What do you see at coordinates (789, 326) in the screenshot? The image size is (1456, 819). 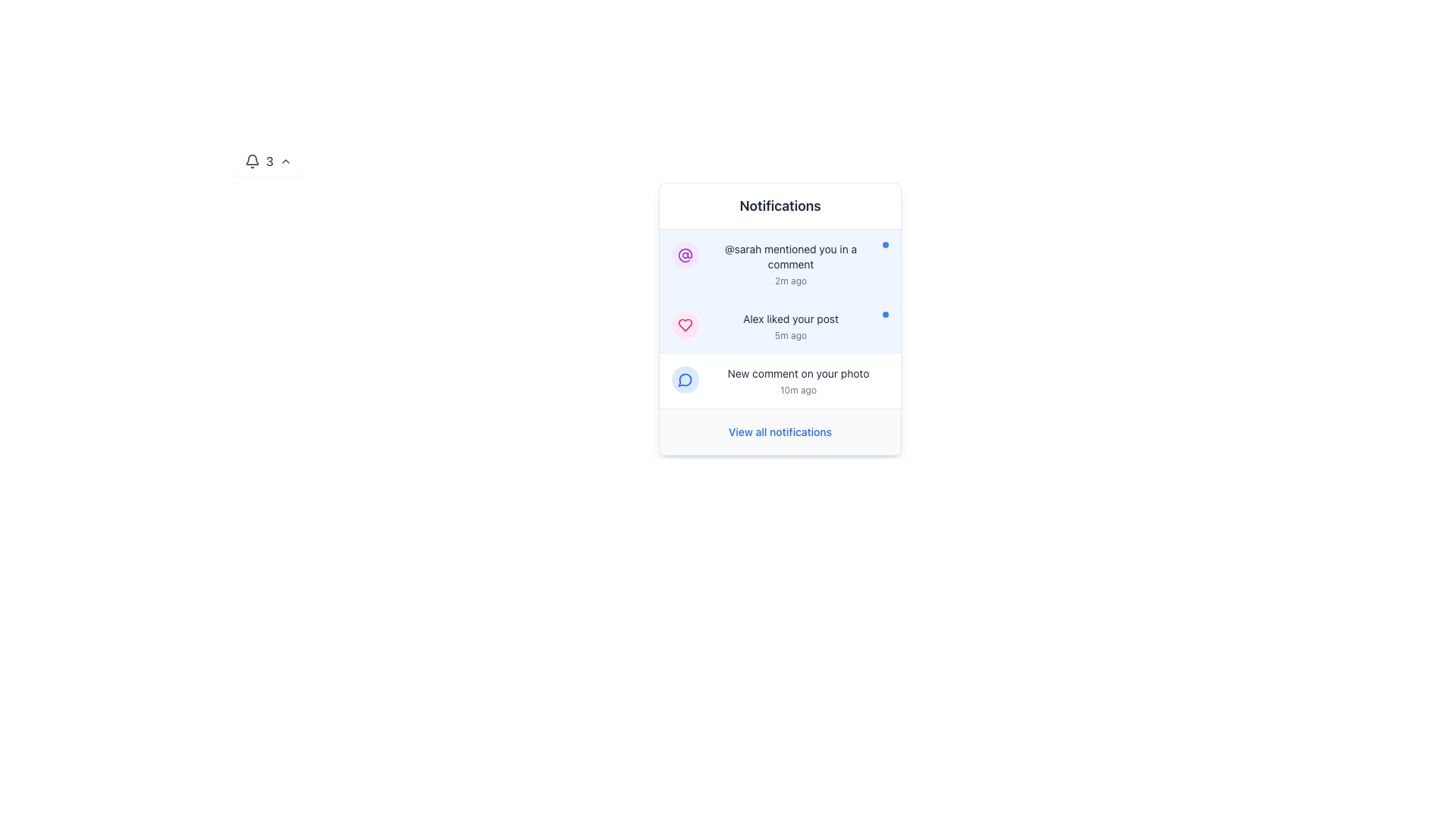 I see `the second informational label in the notifications area that indicates Alex liking a post` at bounding box center [789, 326].